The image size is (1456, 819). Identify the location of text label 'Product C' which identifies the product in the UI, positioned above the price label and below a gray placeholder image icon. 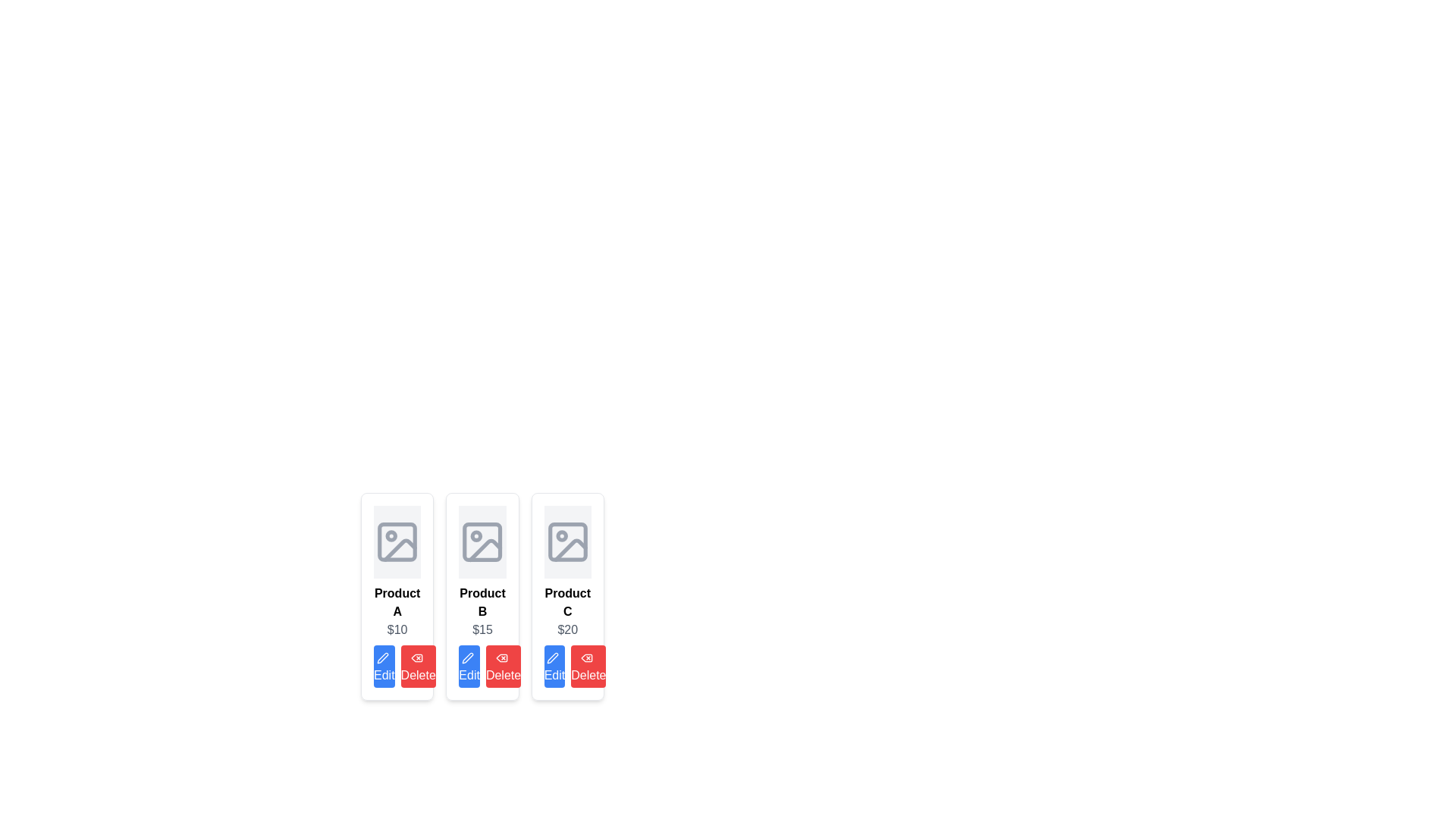
(566, 601).